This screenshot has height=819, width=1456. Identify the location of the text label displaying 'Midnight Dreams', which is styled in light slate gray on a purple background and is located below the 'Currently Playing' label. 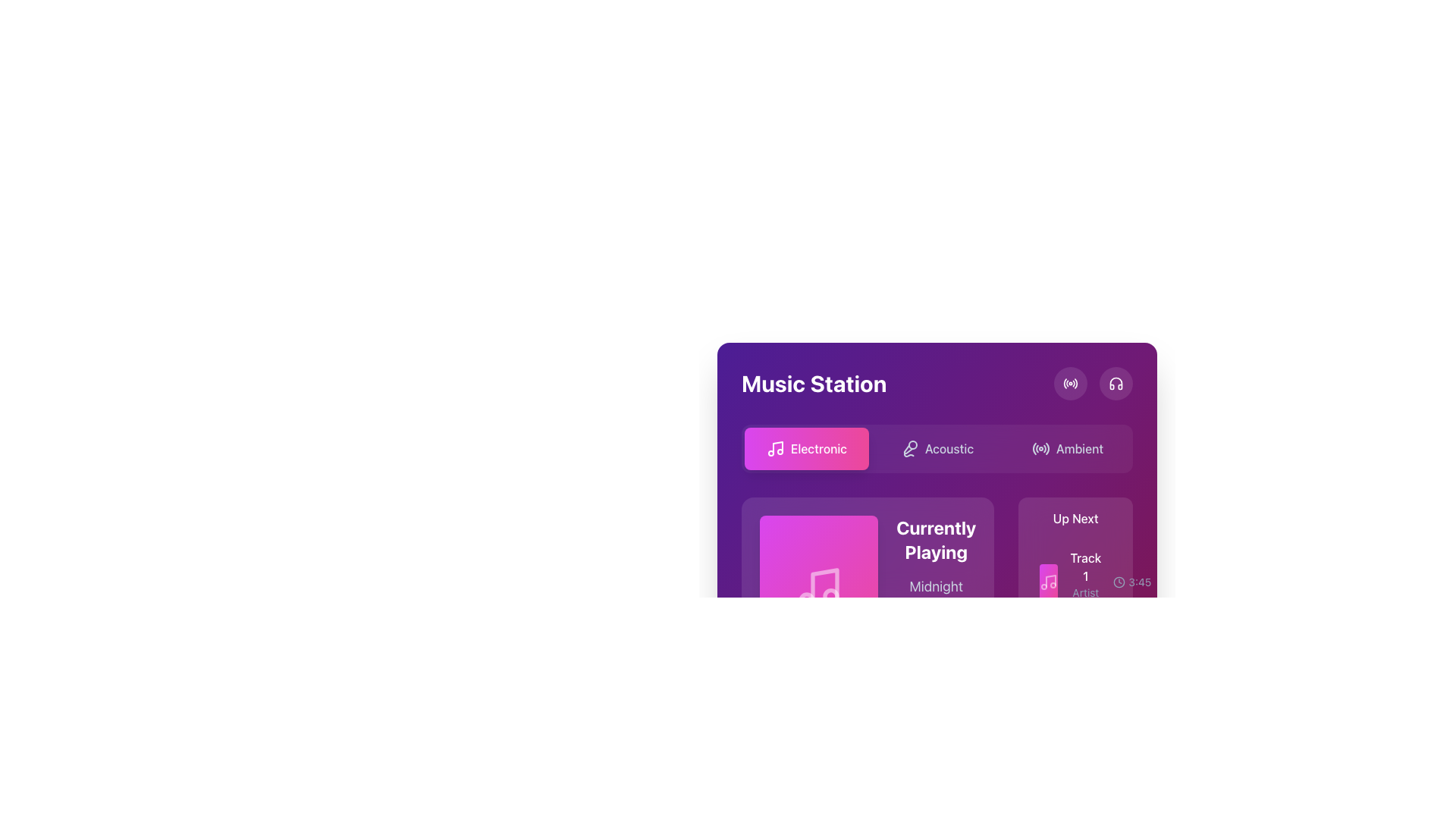
(935, 596).